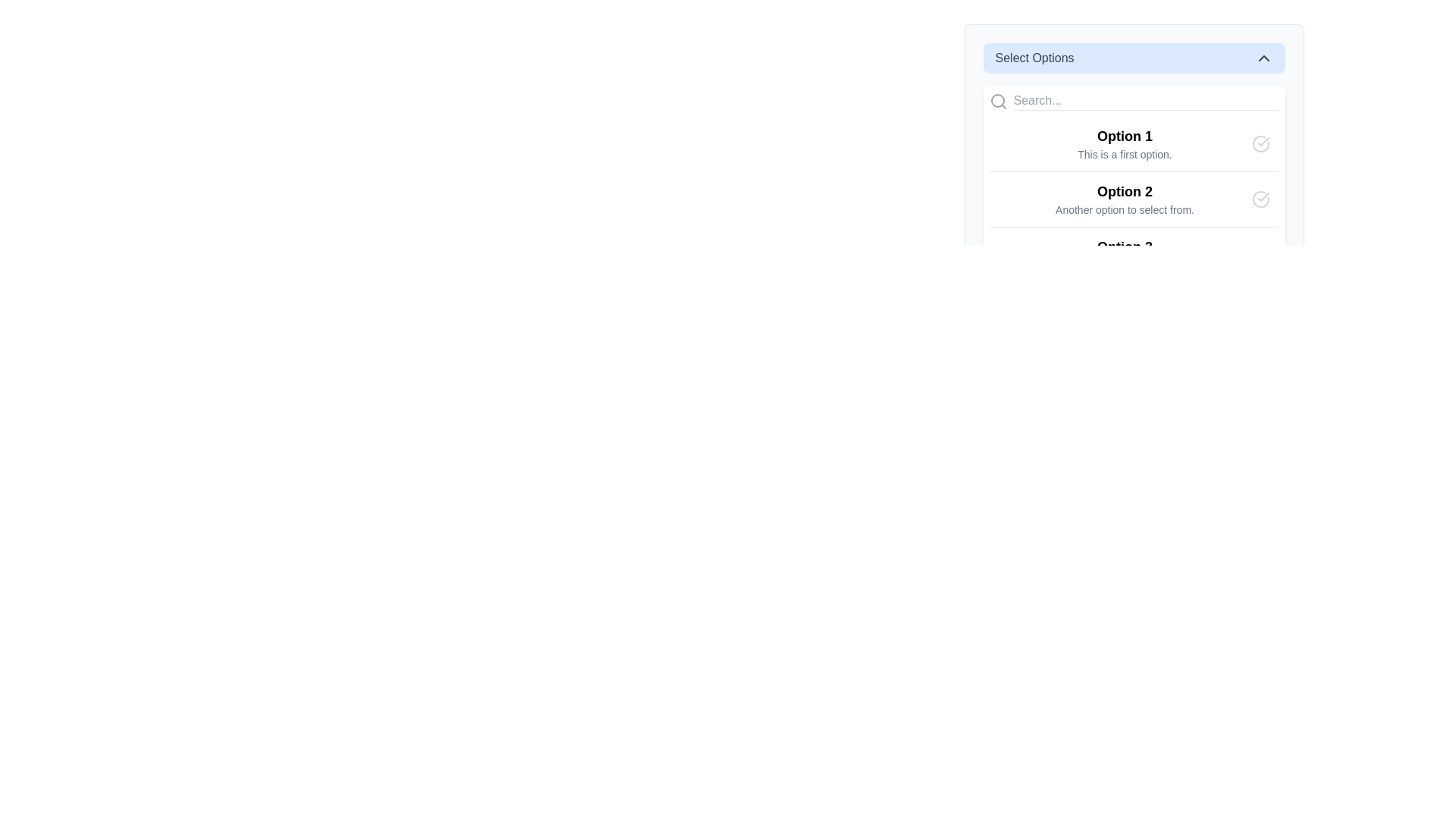  I want to click on text of the Text Label that serves as a heading for a selectable option within the dropdown or list interface, located between 'Option 2' and 'A third possible choice.', so click(1125, 246).